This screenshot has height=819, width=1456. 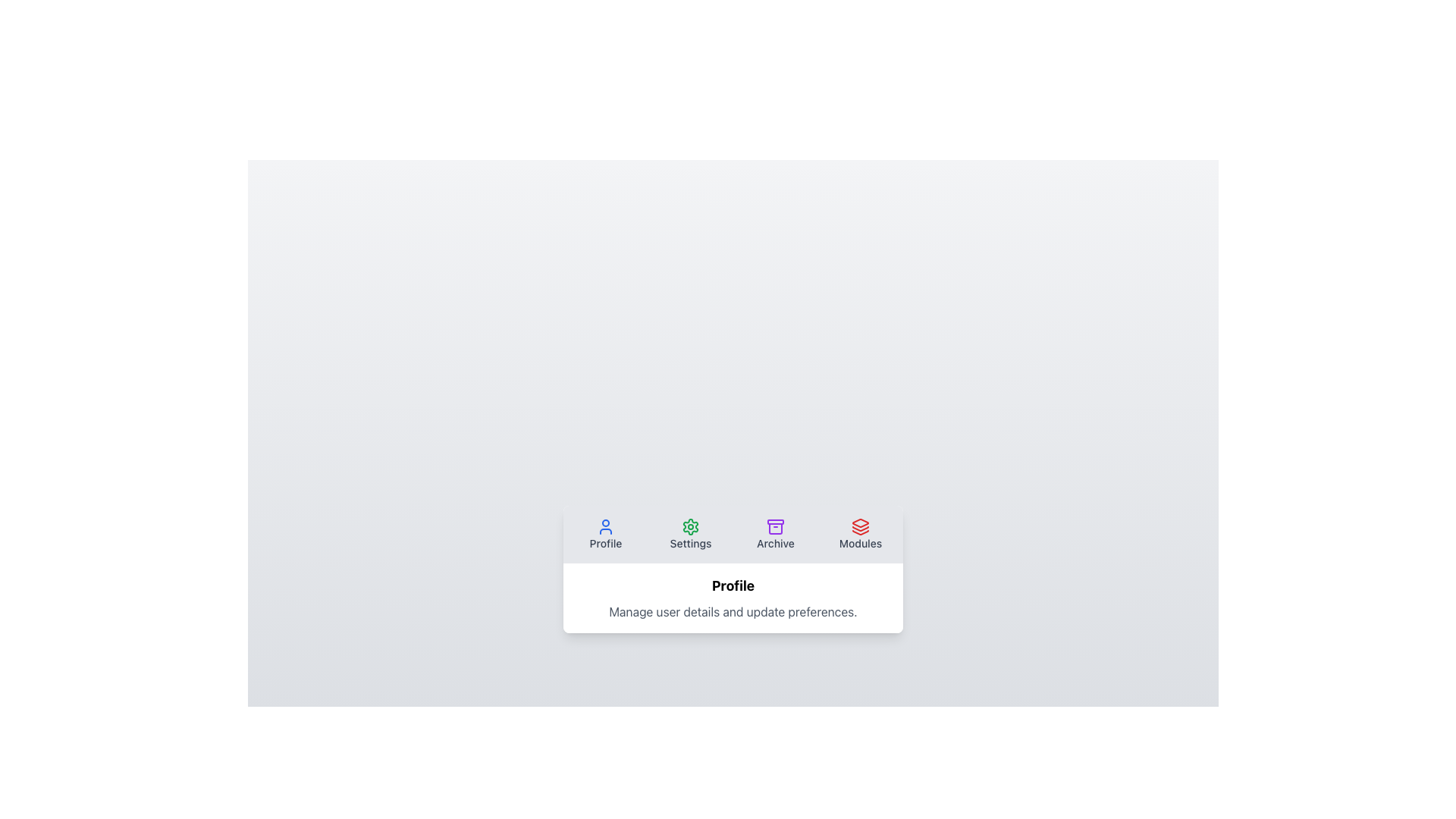 I want to click on the blue outlined user profile icon located in the Profile section of the interface, which features a circular head and semi-oval body, positioned at the top center of the interface, so click(x=604, y=526).